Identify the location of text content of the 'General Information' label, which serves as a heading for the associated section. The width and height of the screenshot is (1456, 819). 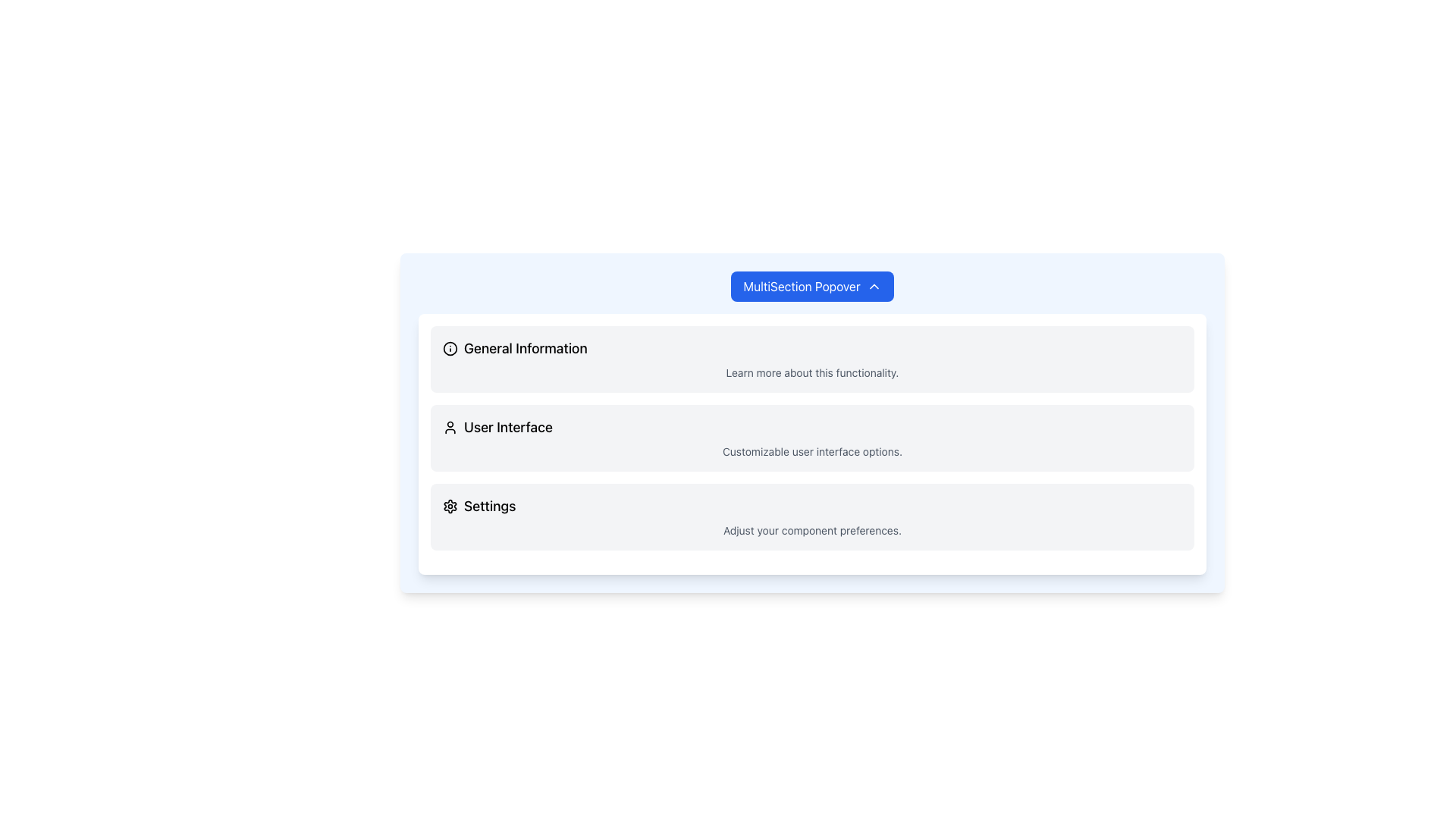
(526, 348).